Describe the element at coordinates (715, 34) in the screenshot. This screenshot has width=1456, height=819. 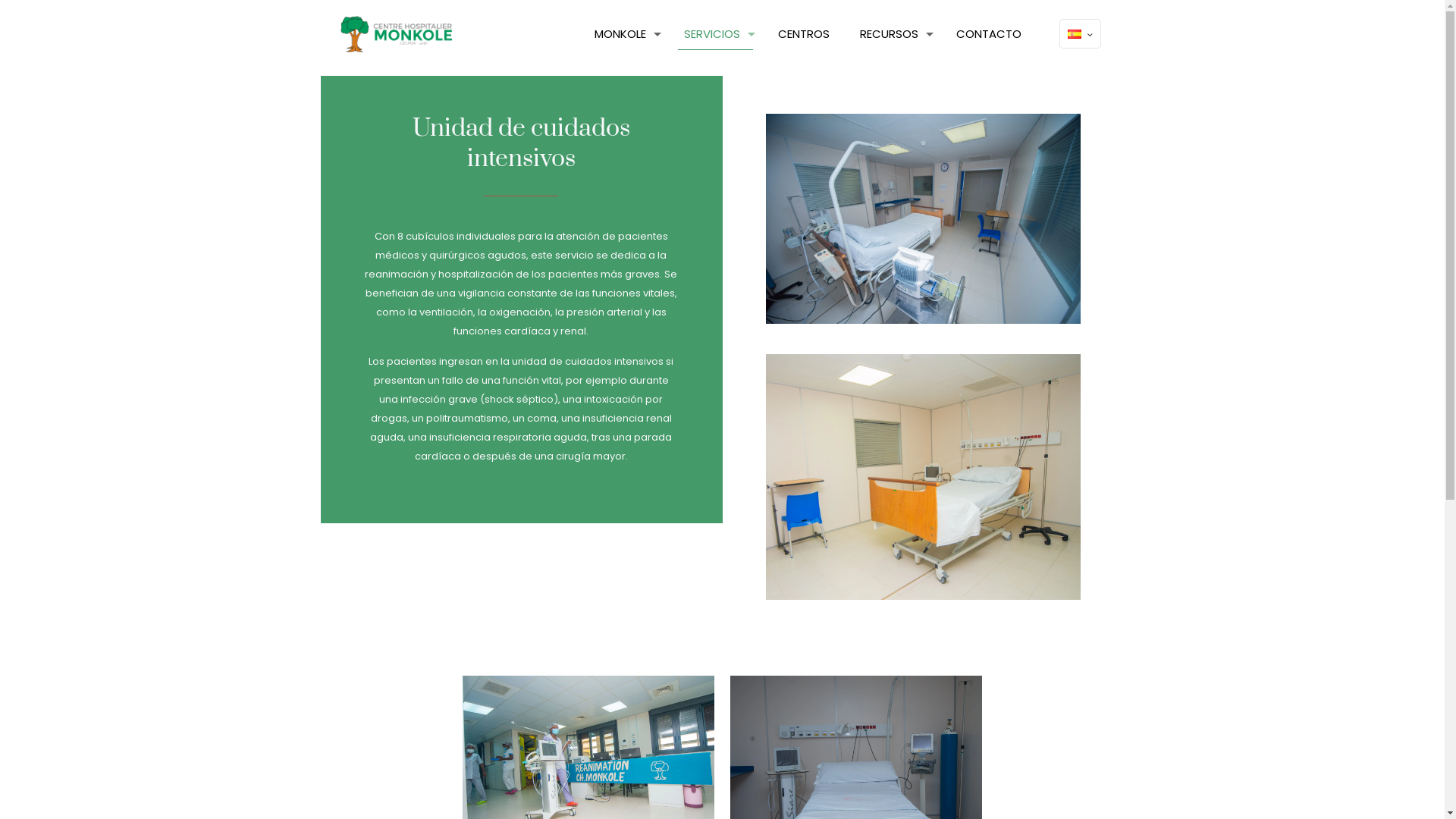
I see `'SERVICIOS'` at that location.